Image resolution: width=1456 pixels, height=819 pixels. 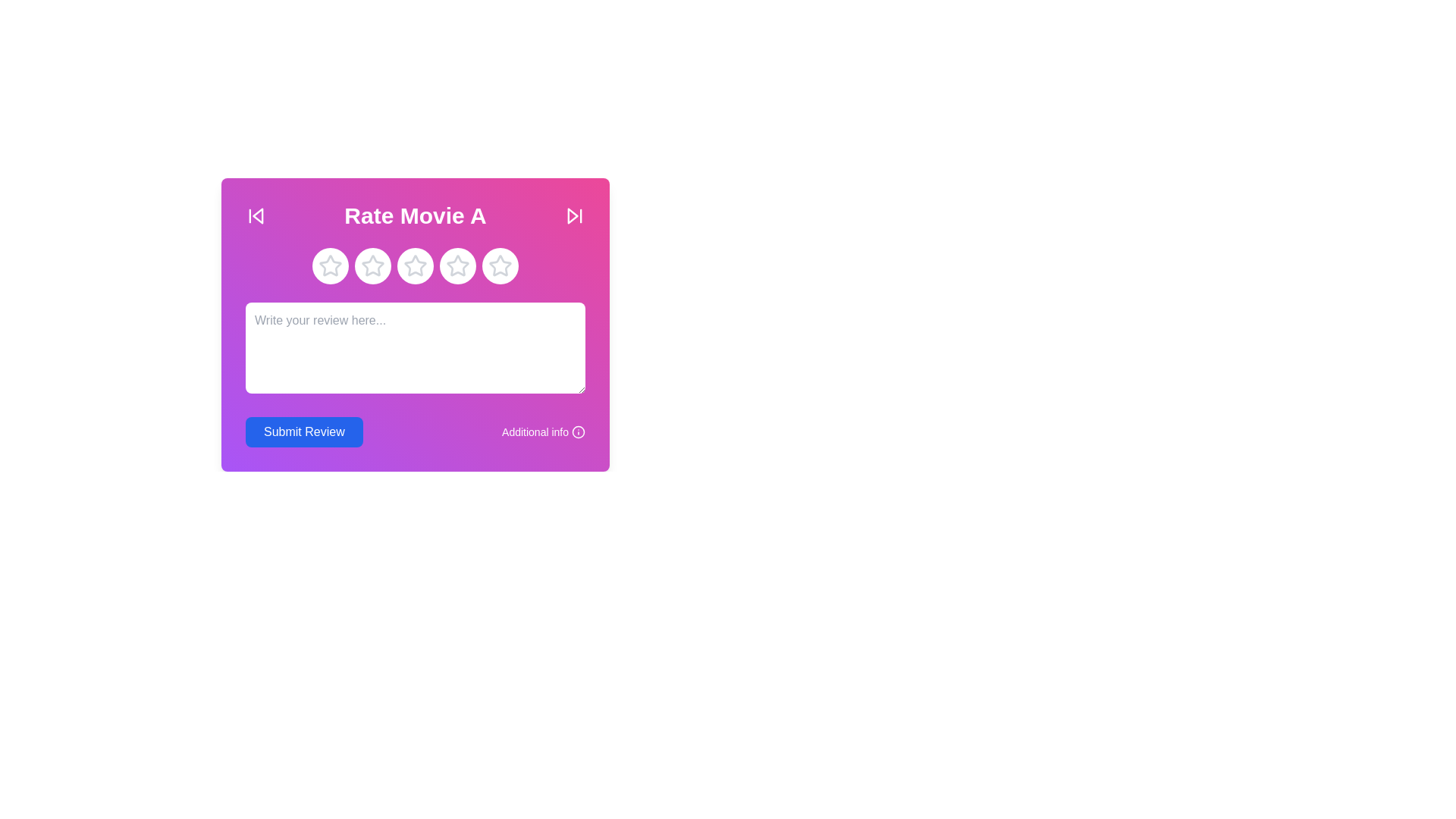 I want to click on the first star icon, so click(x=330, y=265).